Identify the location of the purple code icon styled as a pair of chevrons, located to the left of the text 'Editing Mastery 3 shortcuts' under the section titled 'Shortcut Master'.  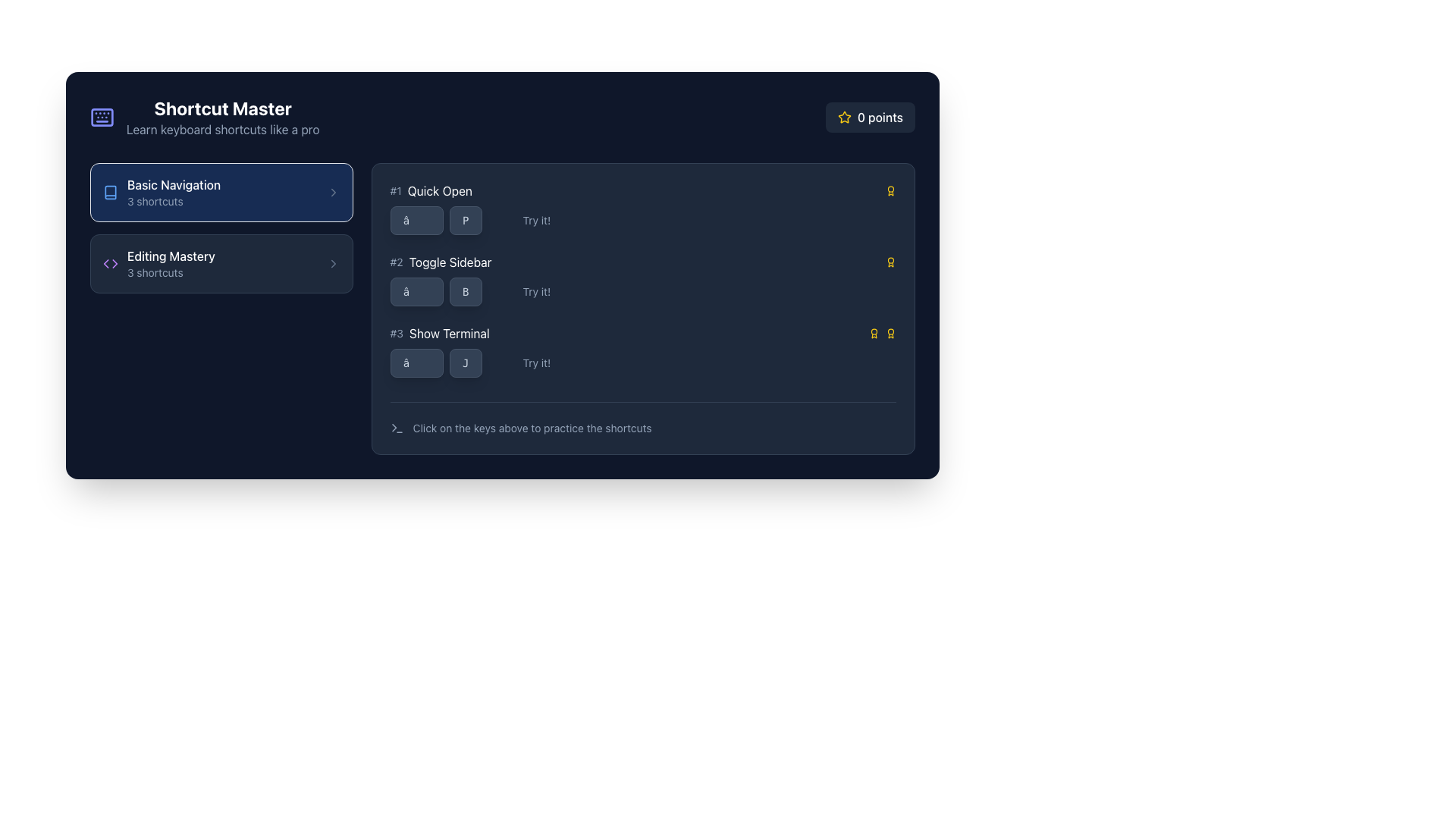
(109, 262).